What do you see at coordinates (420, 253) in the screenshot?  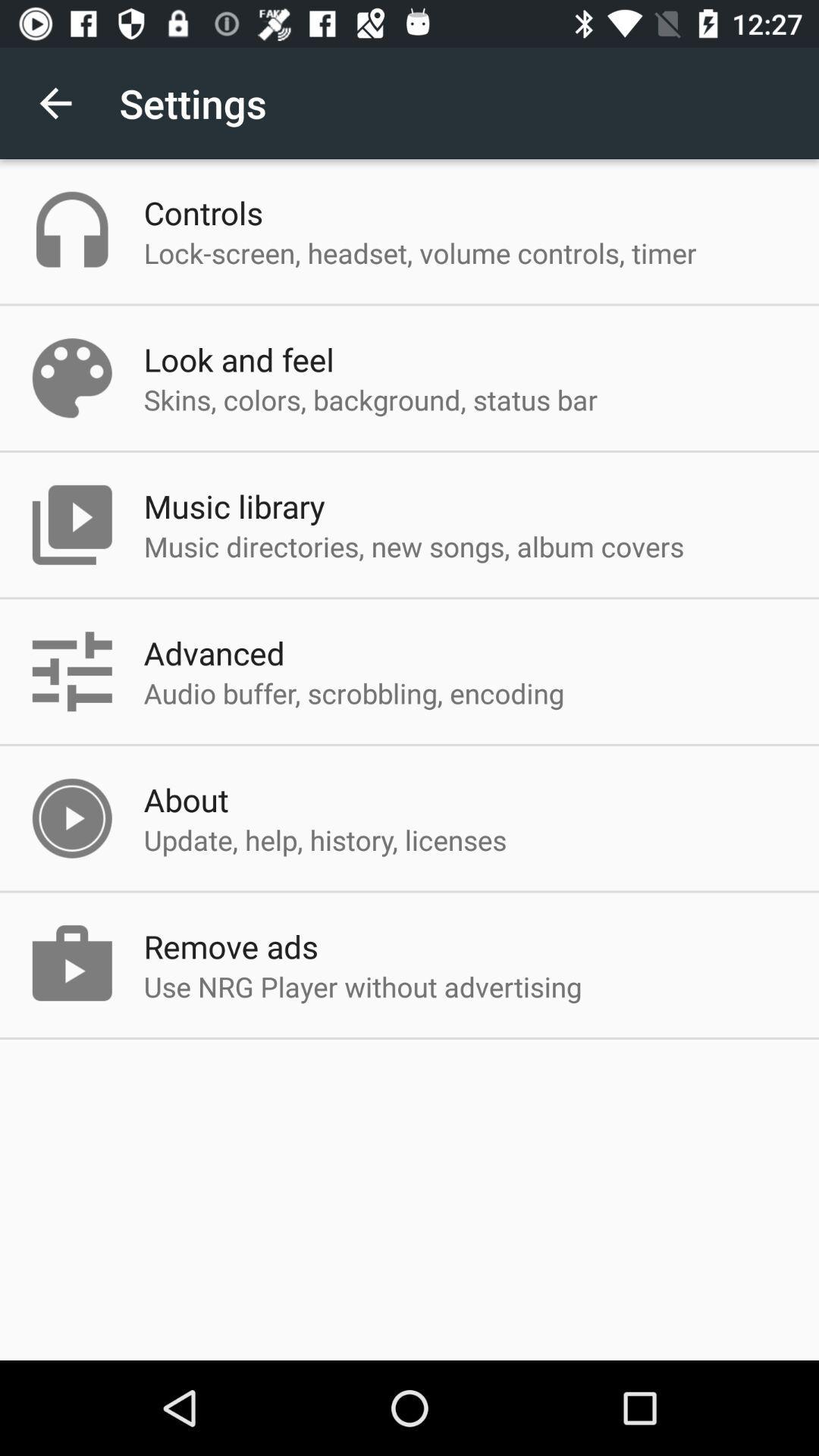 I see `the lock screen headset item` at bounding box center [420, 253].